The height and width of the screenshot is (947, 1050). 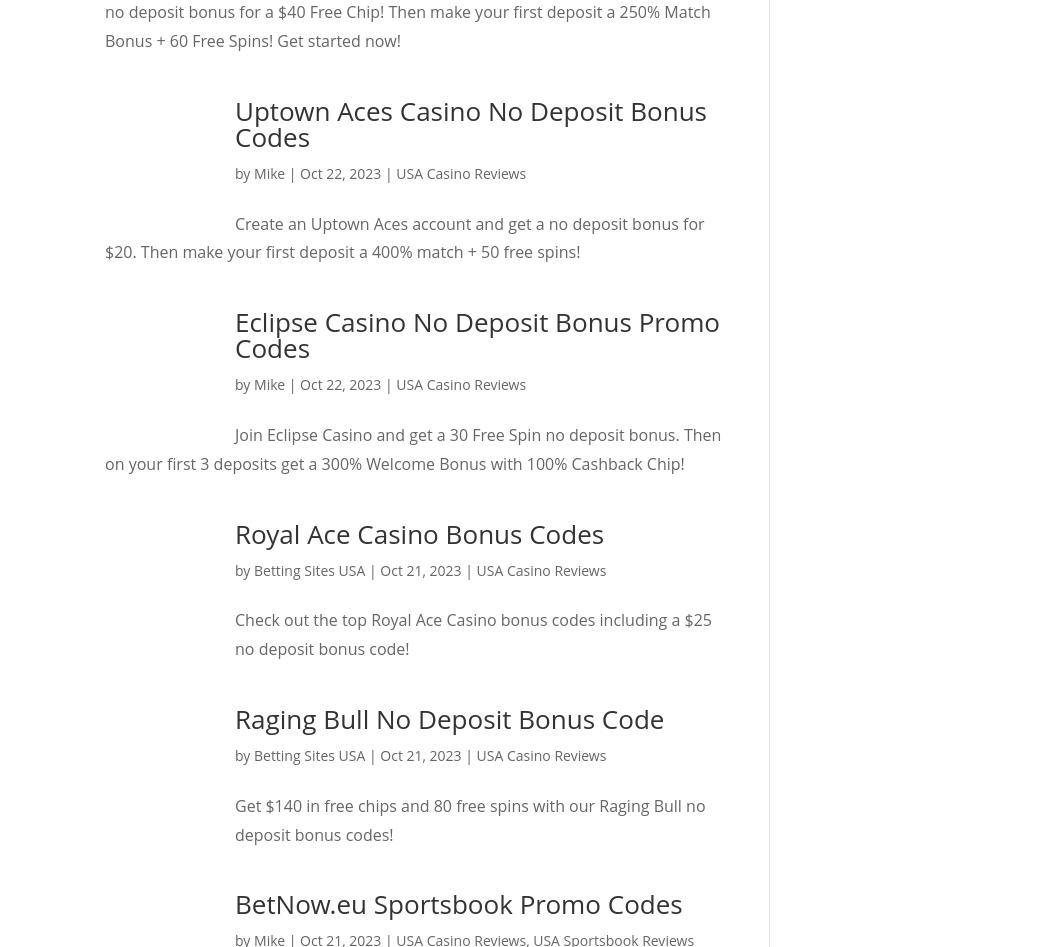 What do you see at coordinates (458, 903) in the screenshot?
I see `'BetNow.eu Sportsbook Promo Codes'` at bounding box center [458, 903].